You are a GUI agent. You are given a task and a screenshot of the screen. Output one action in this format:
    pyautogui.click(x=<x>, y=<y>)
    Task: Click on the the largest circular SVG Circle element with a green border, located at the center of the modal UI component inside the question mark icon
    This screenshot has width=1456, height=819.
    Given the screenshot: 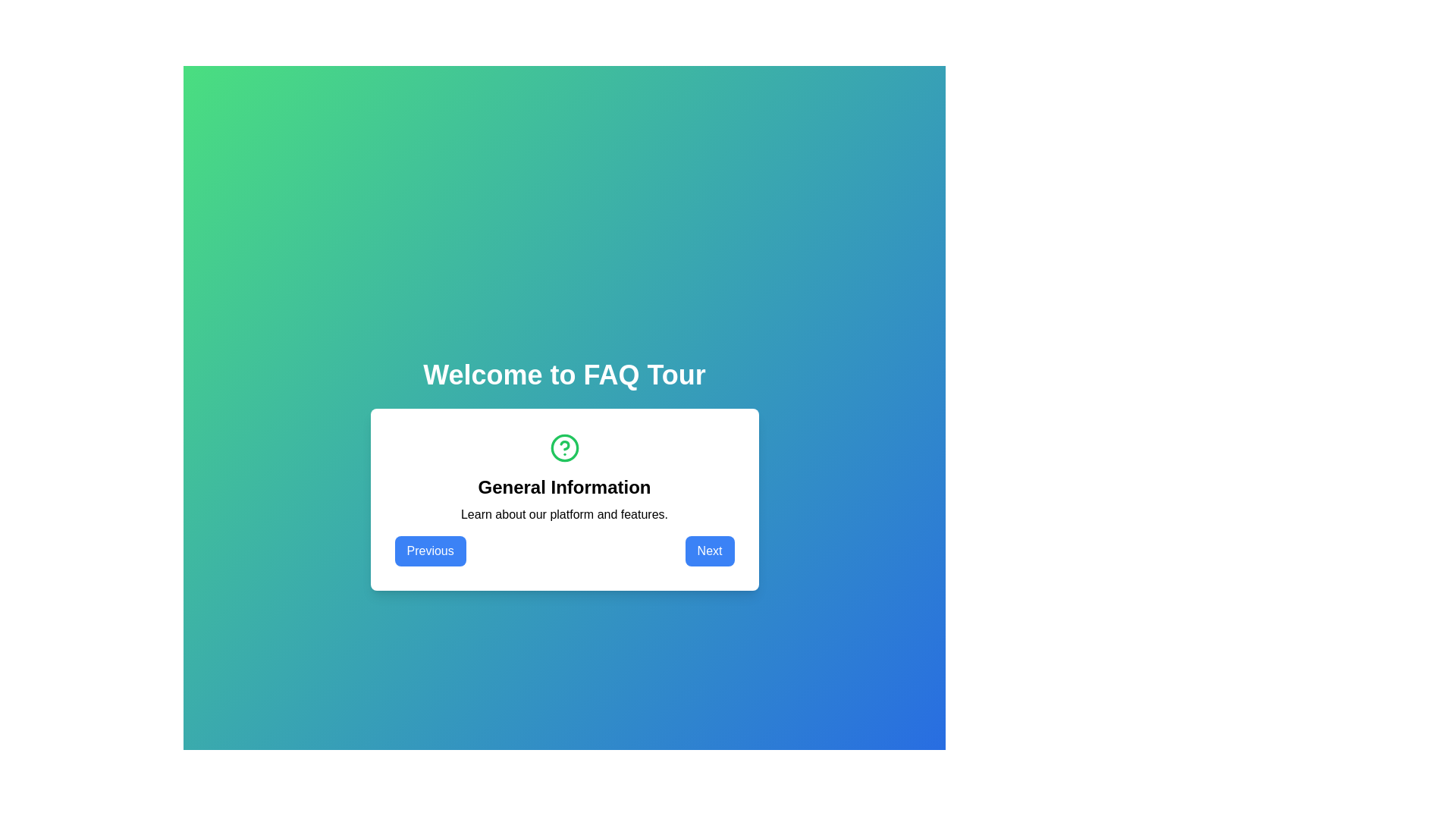 What is the action you would take?
    pyautogui.click(x=563, y=447)
    